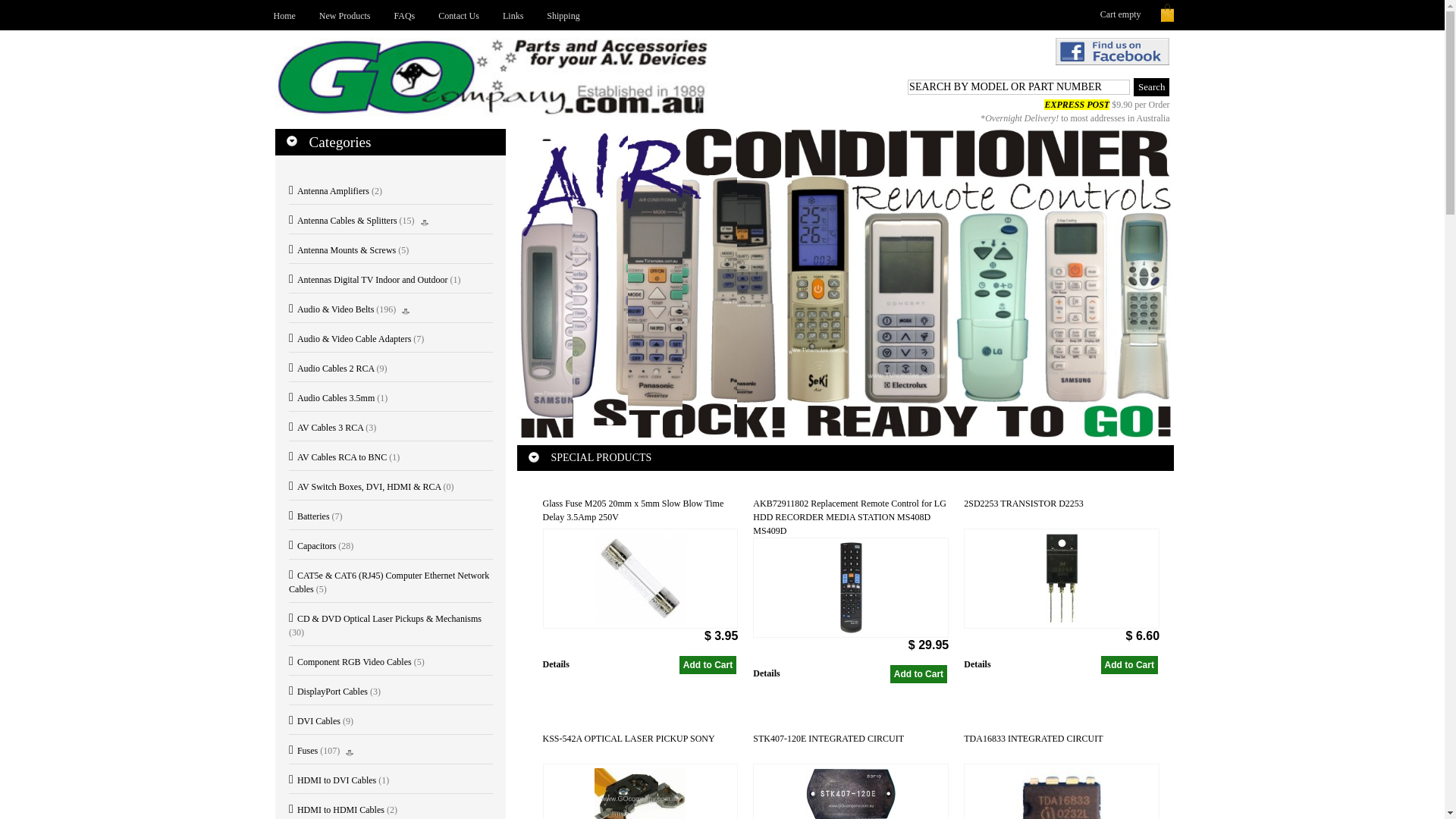 This screenshot has width=1456, height=819. I want to click on 'HDMI to HDMI Cables', so click(335, 809).